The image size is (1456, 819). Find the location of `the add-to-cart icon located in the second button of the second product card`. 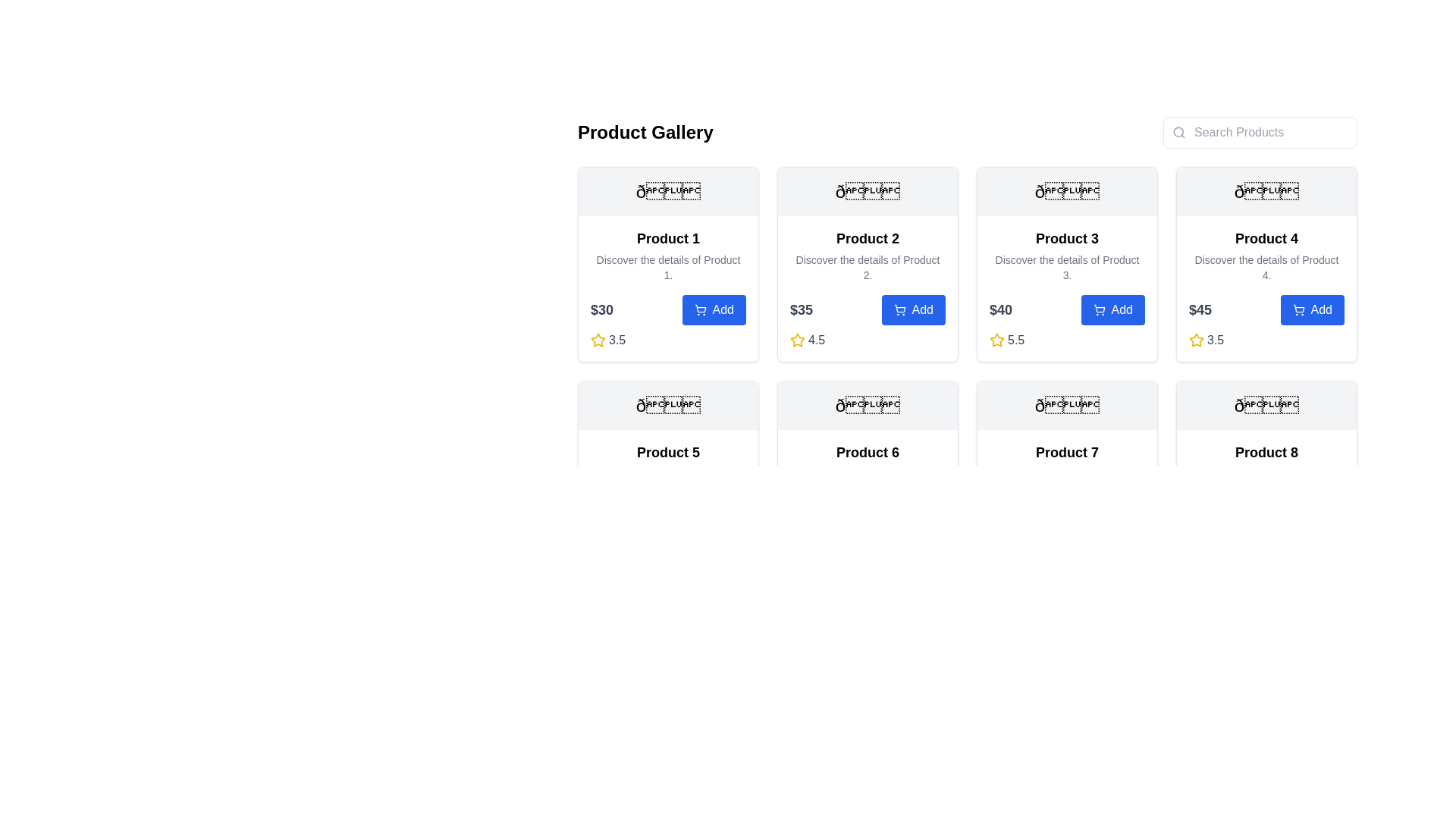

the add-to-cart icon located in the second button of the second product card is located at coordinates (899, 308).